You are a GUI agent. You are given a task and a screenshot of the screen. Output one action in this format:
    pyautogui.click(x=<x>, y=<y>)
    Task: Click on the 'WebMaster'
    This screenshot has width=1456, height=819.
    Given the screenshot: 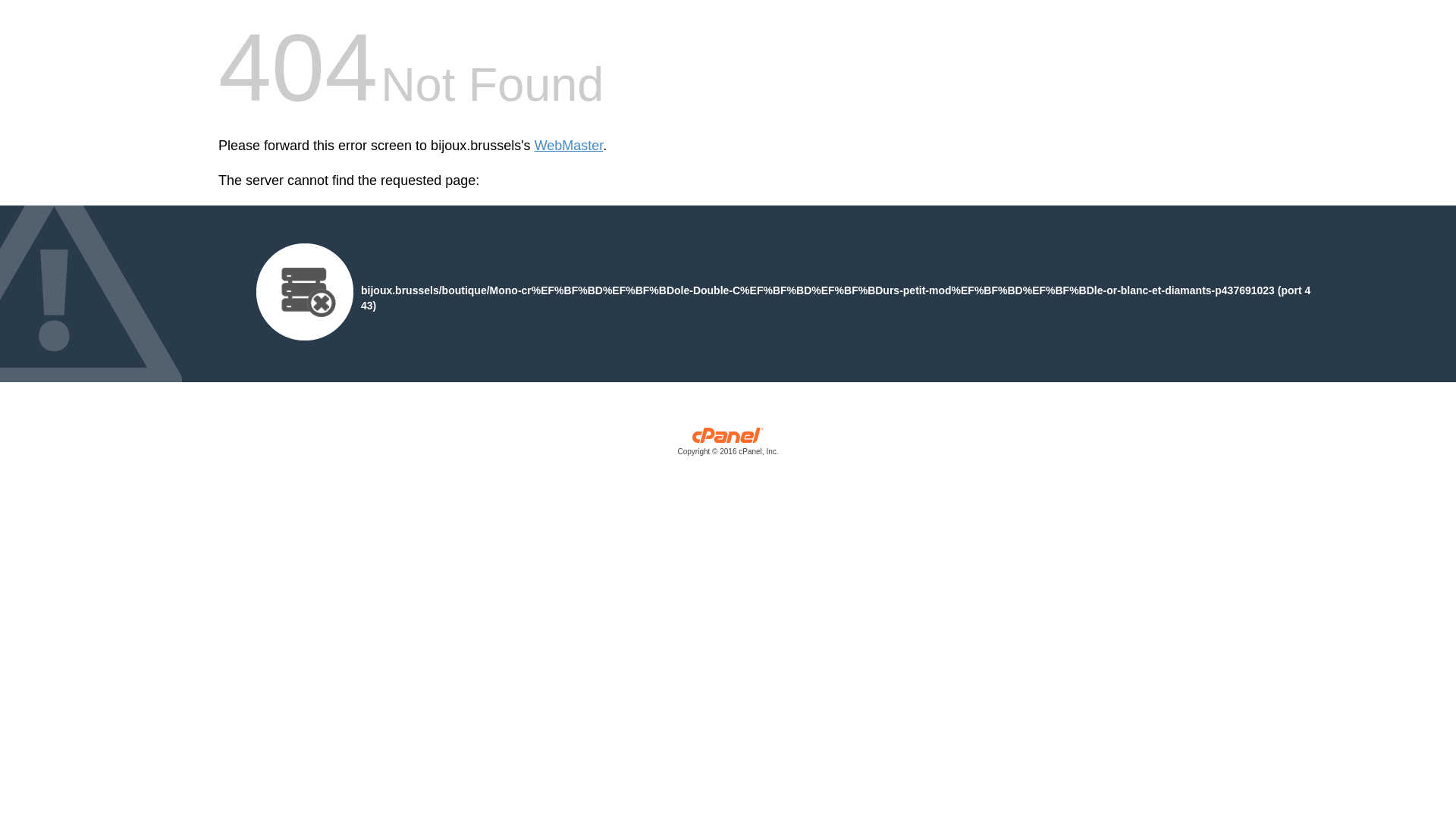 What is the action you would take?
    pyautogui.click(x=568, y=146)
    